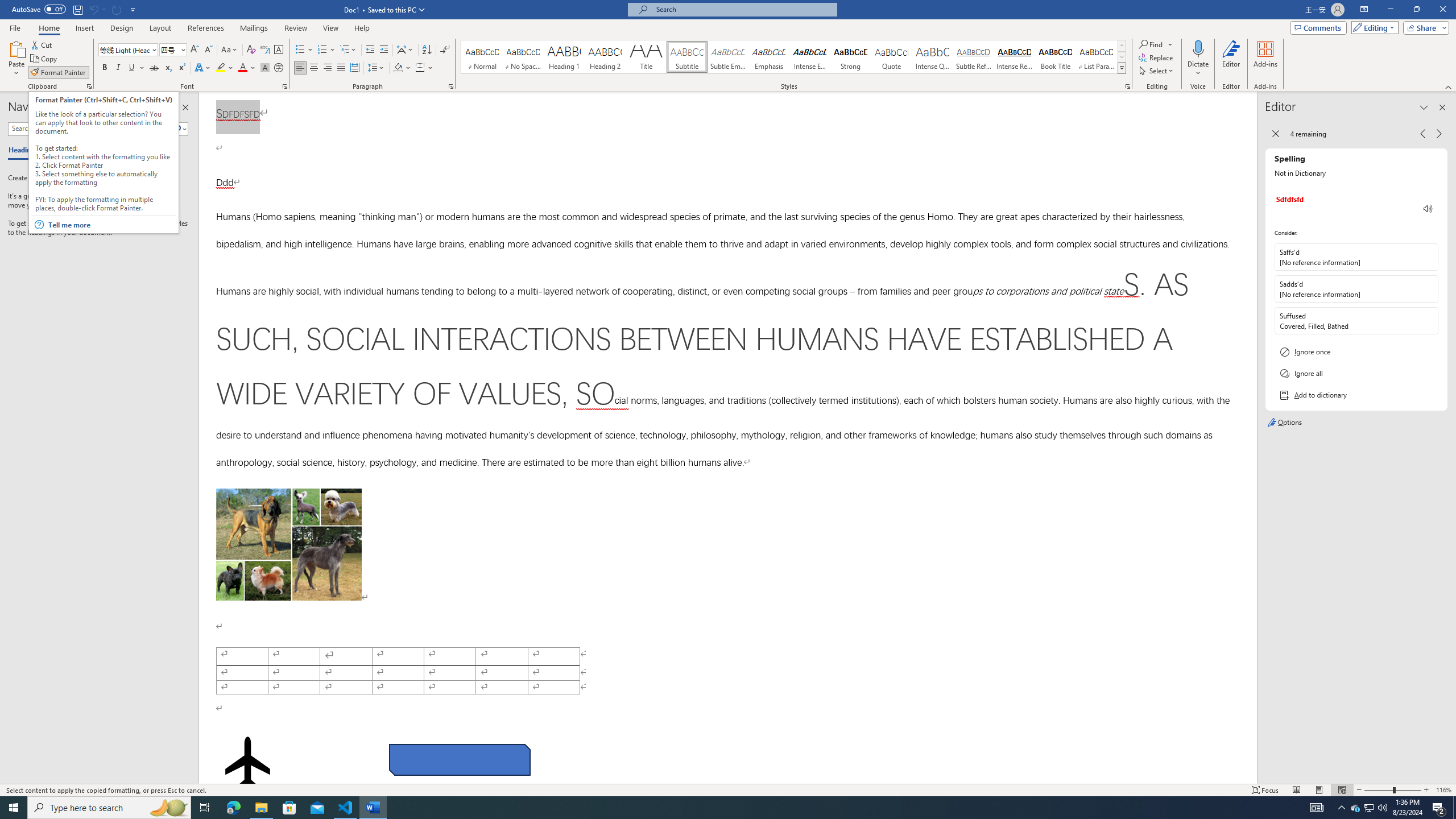 The width and height of the screenshot is (1456, 819). What do you see at coordinates (1389, 9) in the screenshot?
I see `'Minimize'` at bounding box center [1389, 9].